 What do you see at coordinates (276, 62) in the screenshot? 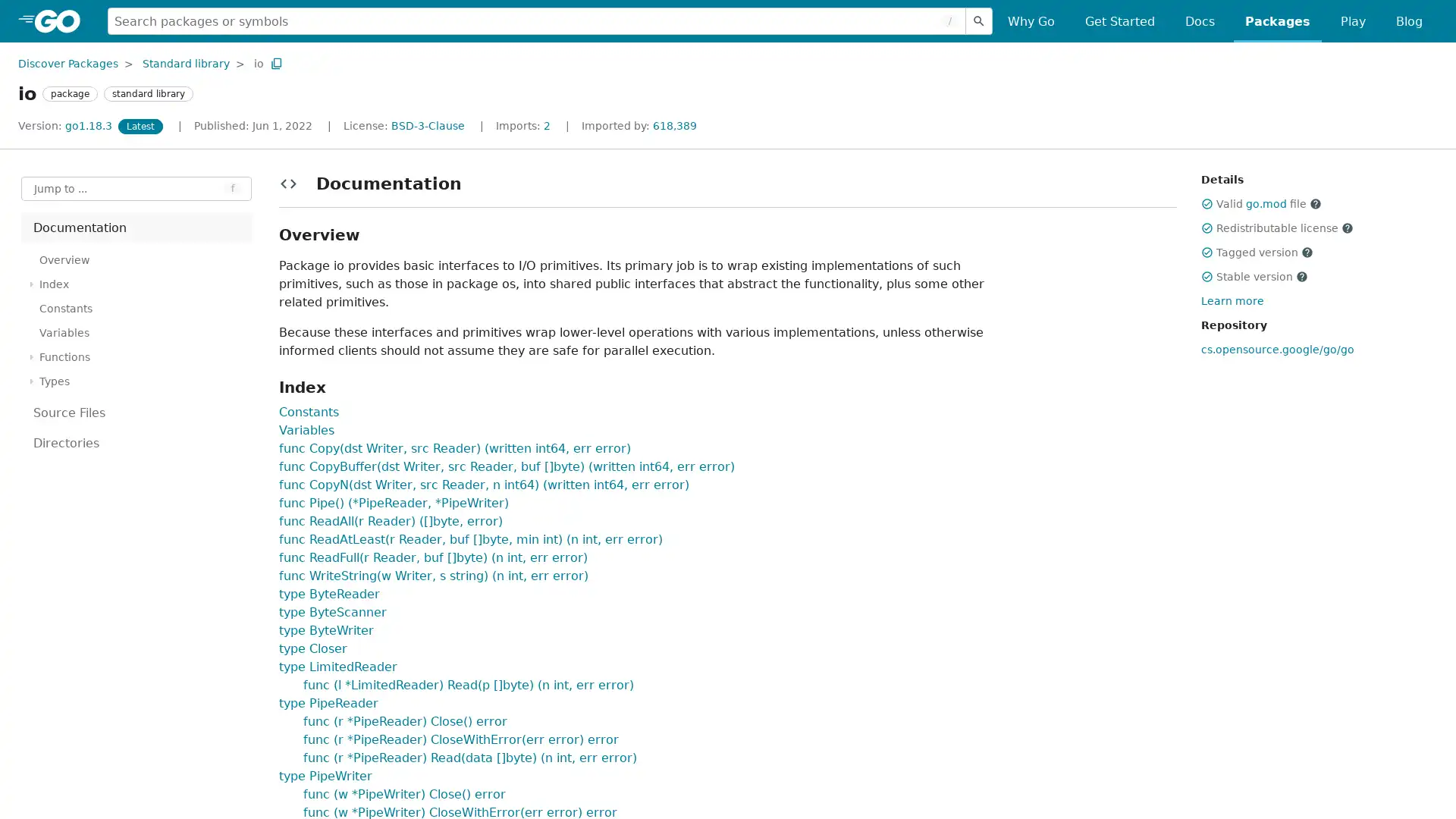
I see `Copy Path to Clipboard` at bounding box center [276, 62].